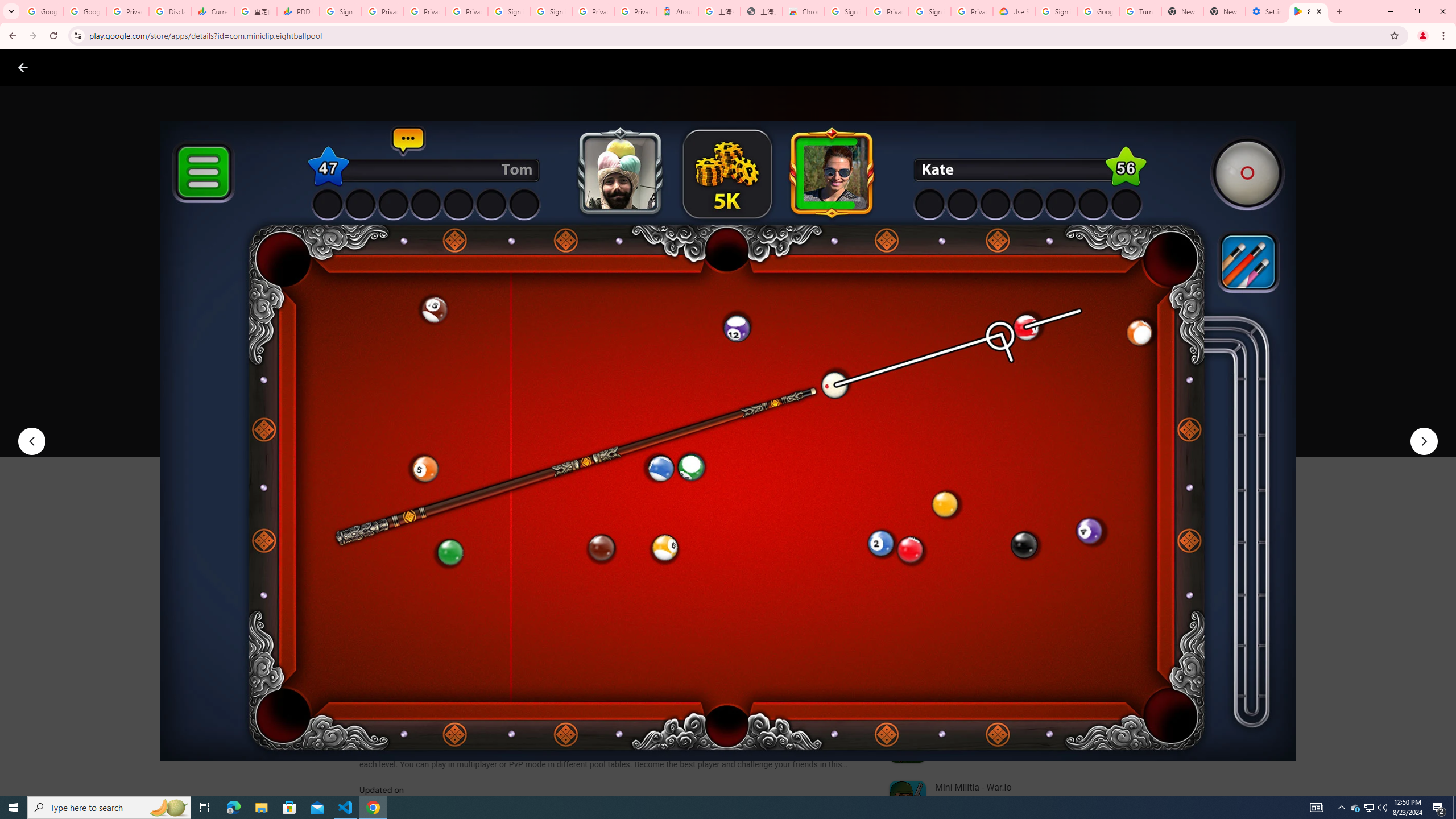 This screenshot has height=819, width=1456. Describe the element at coordinates (1139, 11) in the screenshot. I see `'Turn cookies on or off - Computer - Google Account Help'` at that location.